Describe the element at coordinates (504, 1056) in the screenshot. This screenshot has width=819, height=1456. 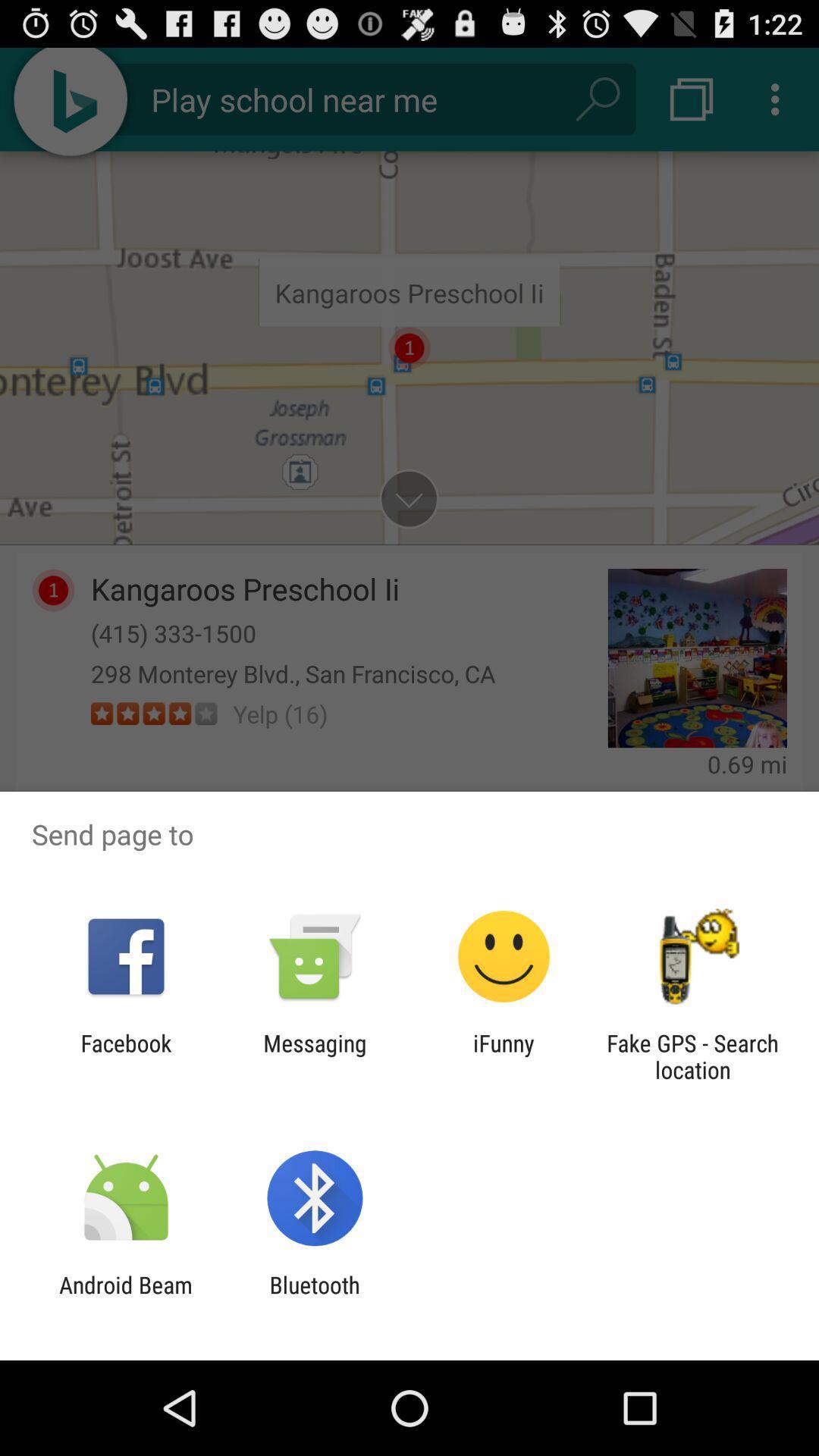
I see `app to the left of fake gps search item` at that location.